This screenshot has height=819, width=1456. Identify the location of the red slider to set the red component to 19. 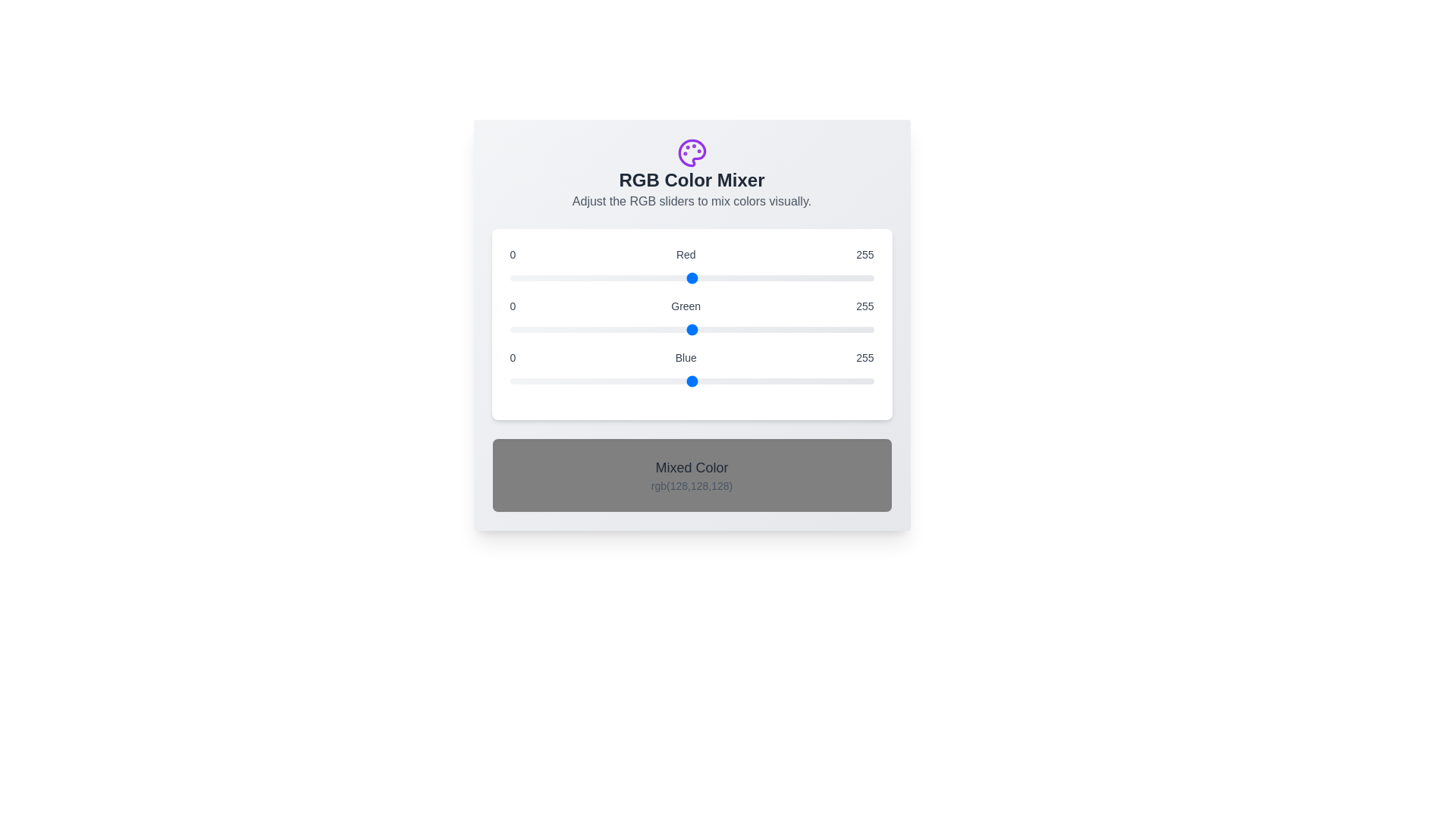
(537, 278).